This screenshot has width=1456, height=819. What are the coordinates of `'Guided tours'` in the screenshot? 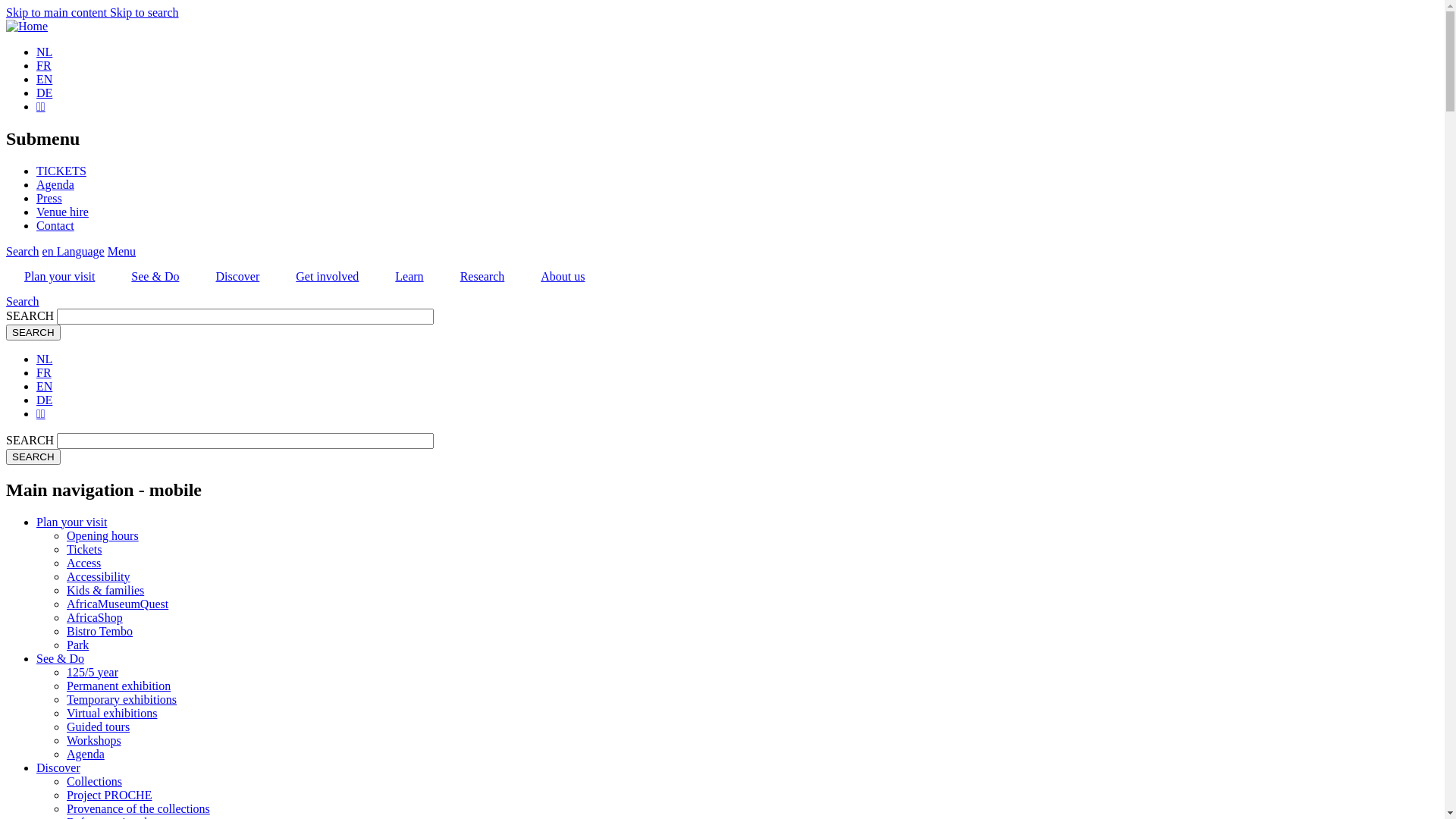 It's located at (65, 726).